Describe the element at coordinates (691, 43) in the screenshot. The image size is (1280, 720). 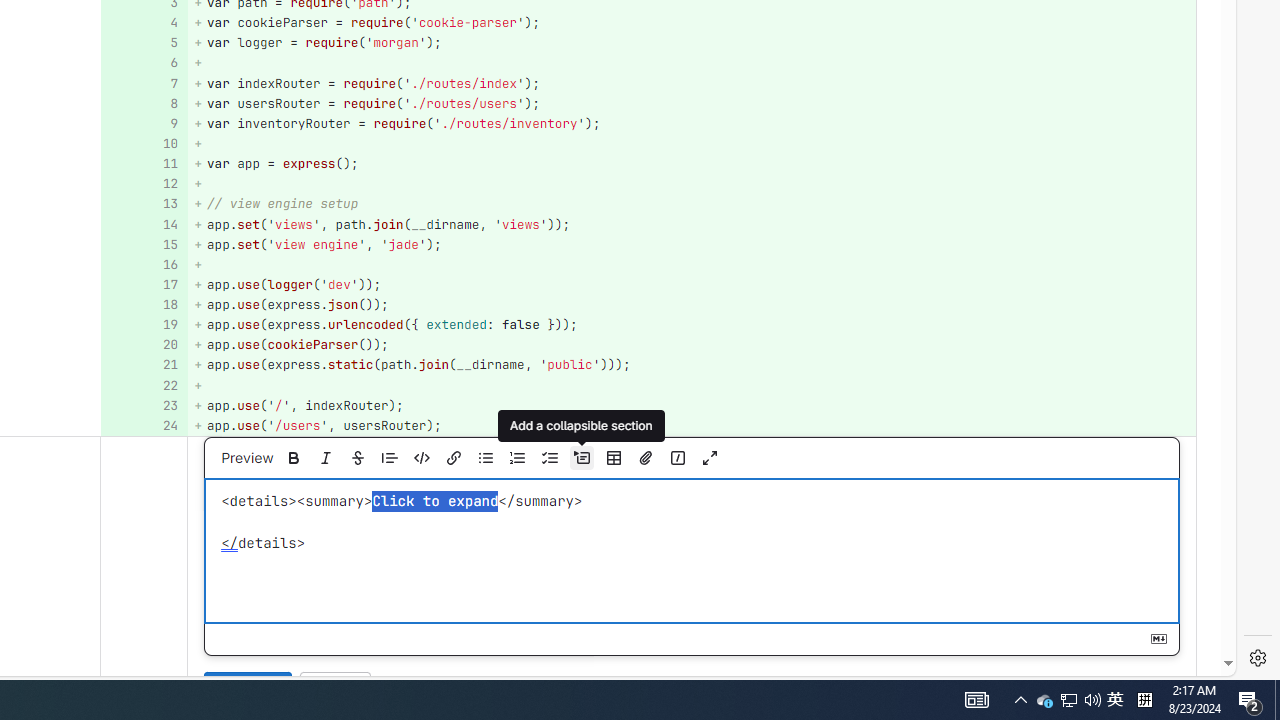
I see `'+ var logger = require('` at that location.